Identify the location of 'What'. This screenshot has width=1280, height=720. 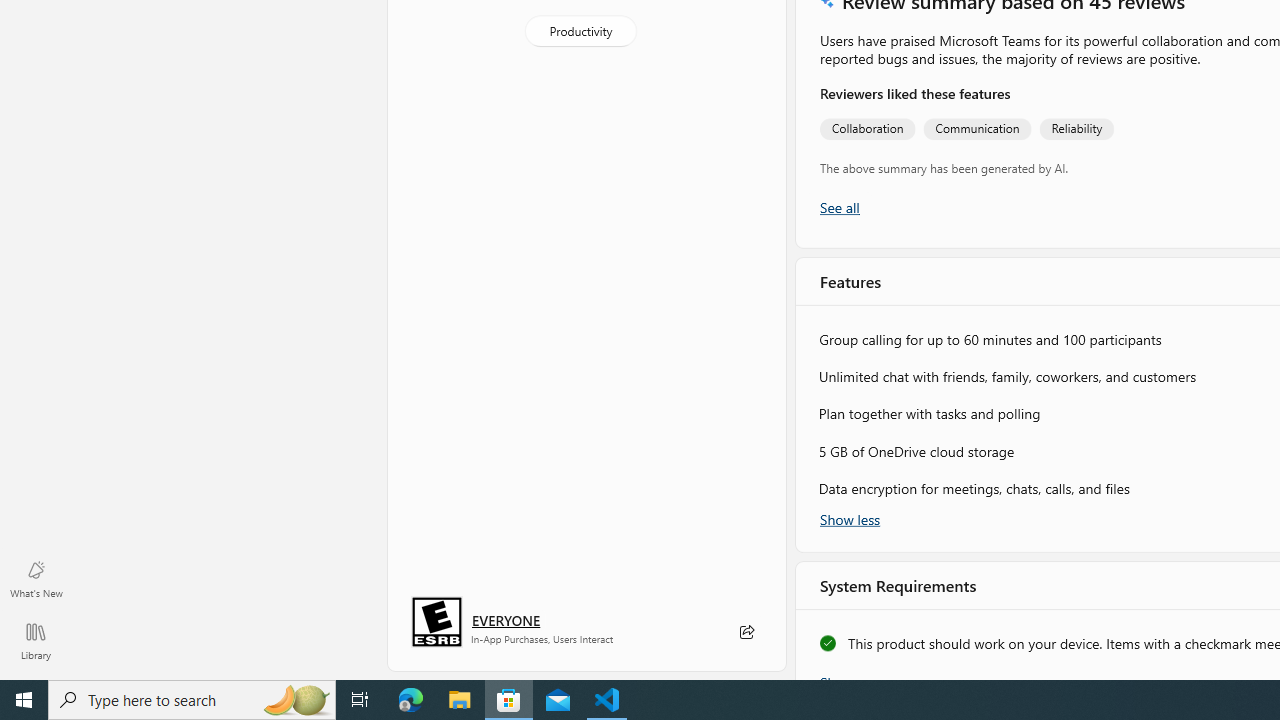
(35, 578).